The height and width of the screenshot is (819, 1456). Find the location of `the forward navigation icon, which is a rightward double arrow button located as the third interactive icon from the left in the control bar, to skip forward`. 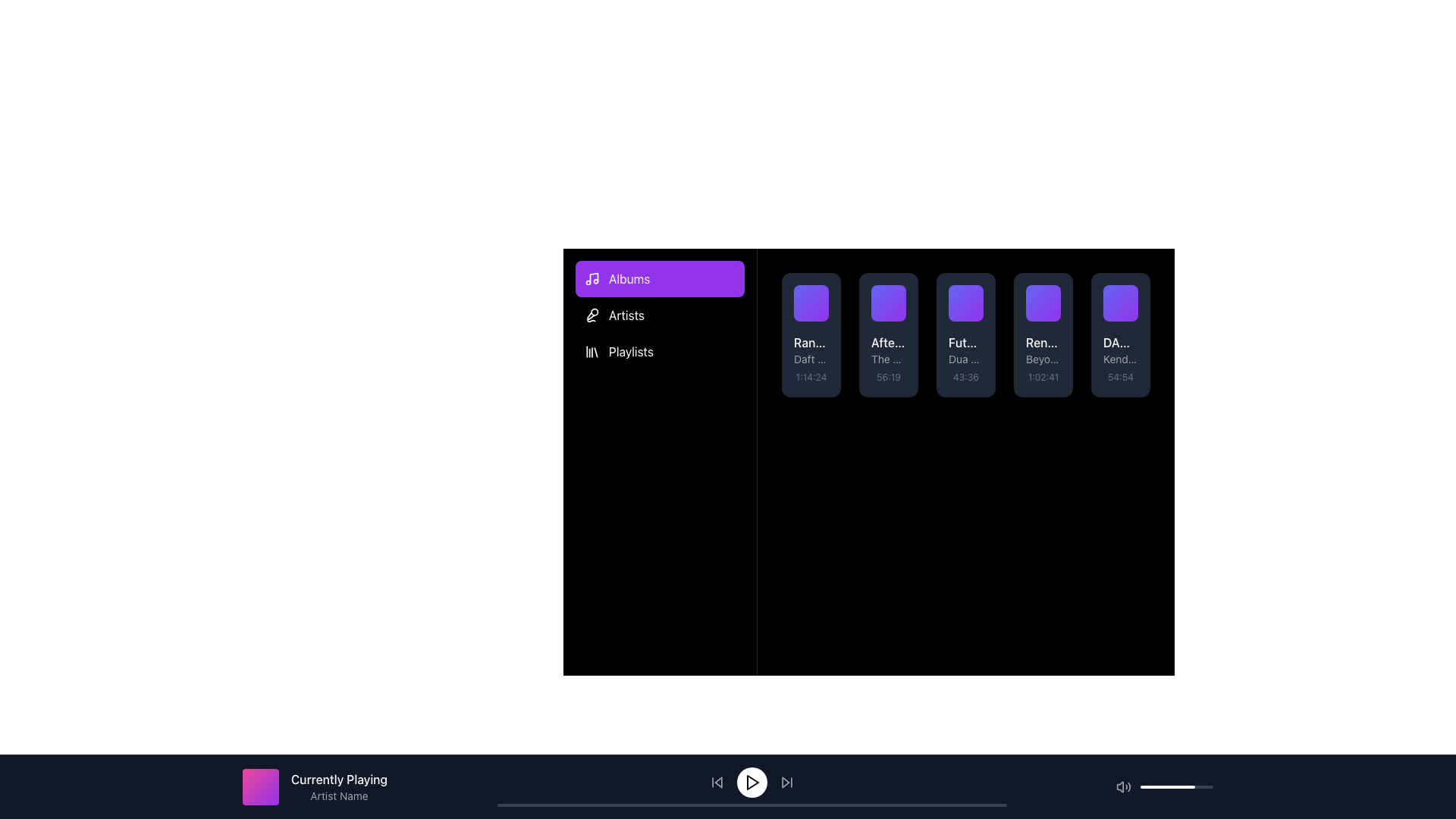

the forward navigation icon, which is a rightward double arrow button located as the third interactive icon from the left in the control bar, to skip forward is located at coordinates (786, 783).